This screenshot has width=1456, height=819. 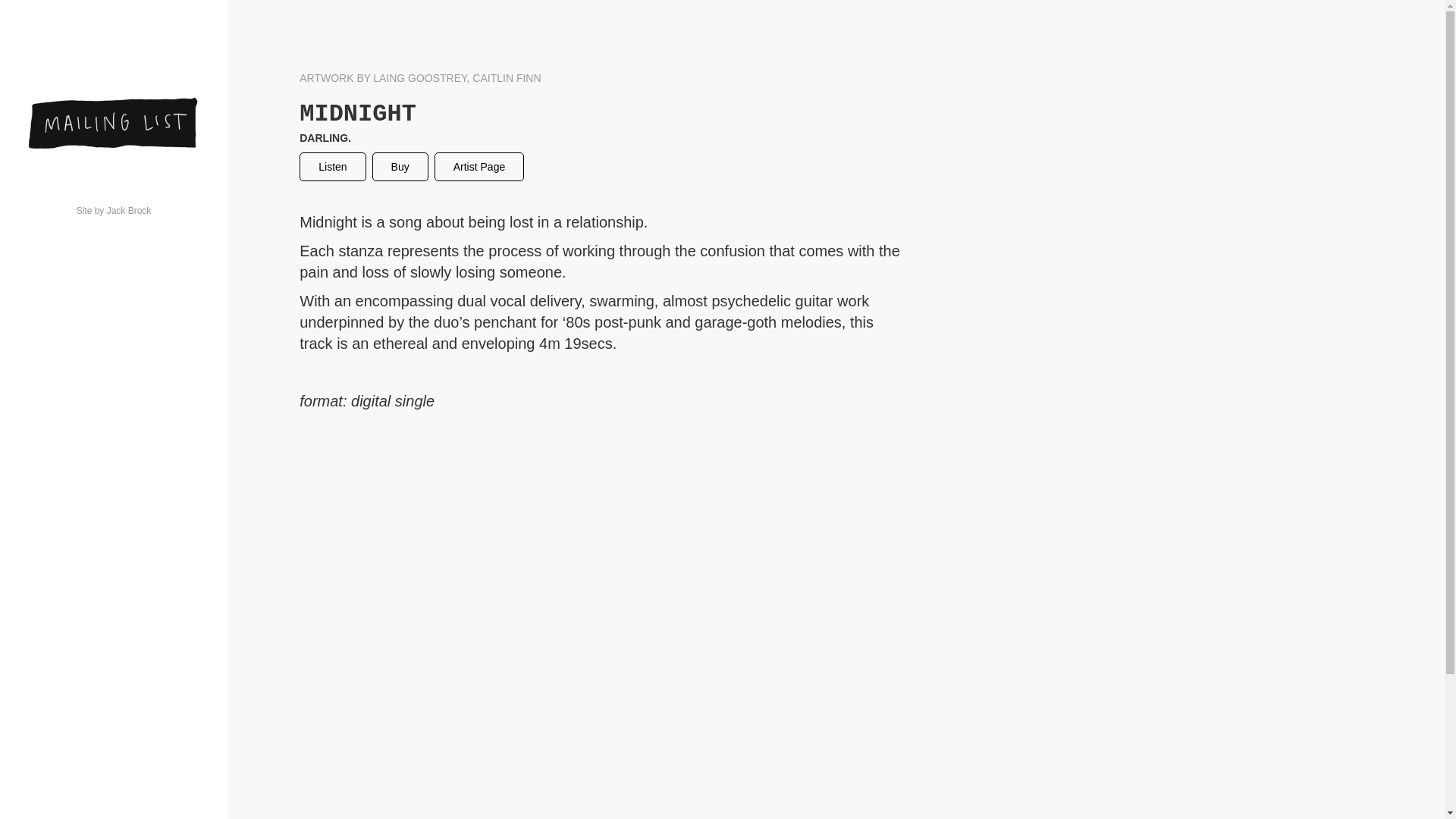 What do you see at coordinates (400, 166) in the screenshot?
I see `'Buy'` at bounding box center [400, 166].